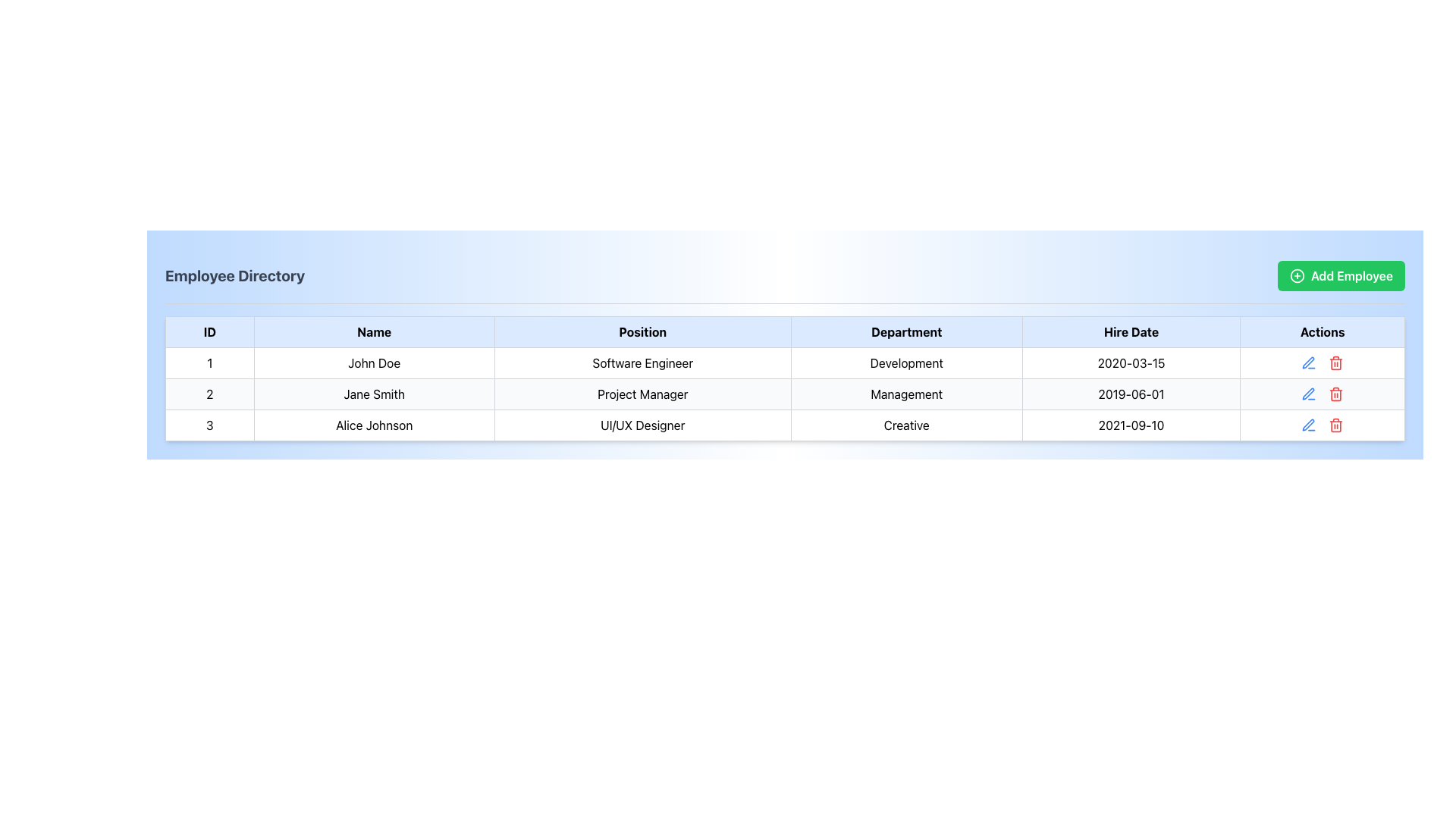 This screenshot has width=1456, height=819. What do you see at coordinates (785, 394) in the screenshot?
I see `the second table row displaying details for 'Jane Smith', which includes ID, name, position, department, hire date, and available actions` at bounding box center [785, 394].